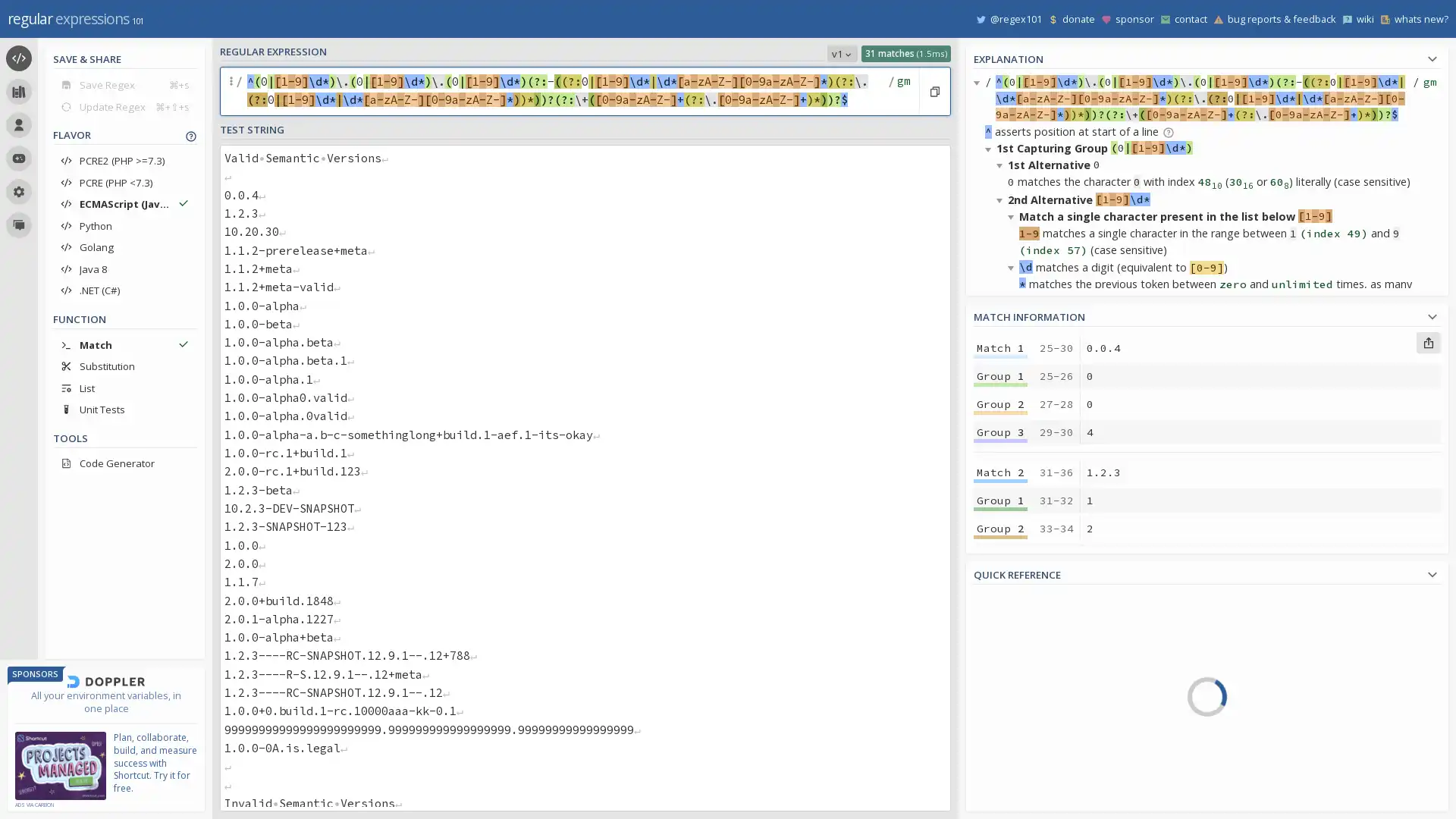 This screenshot has height=819, width=1456. Describe the element at coordinates (1013, 593) in the screenshot. I see `Collapse Subtree` at that location.